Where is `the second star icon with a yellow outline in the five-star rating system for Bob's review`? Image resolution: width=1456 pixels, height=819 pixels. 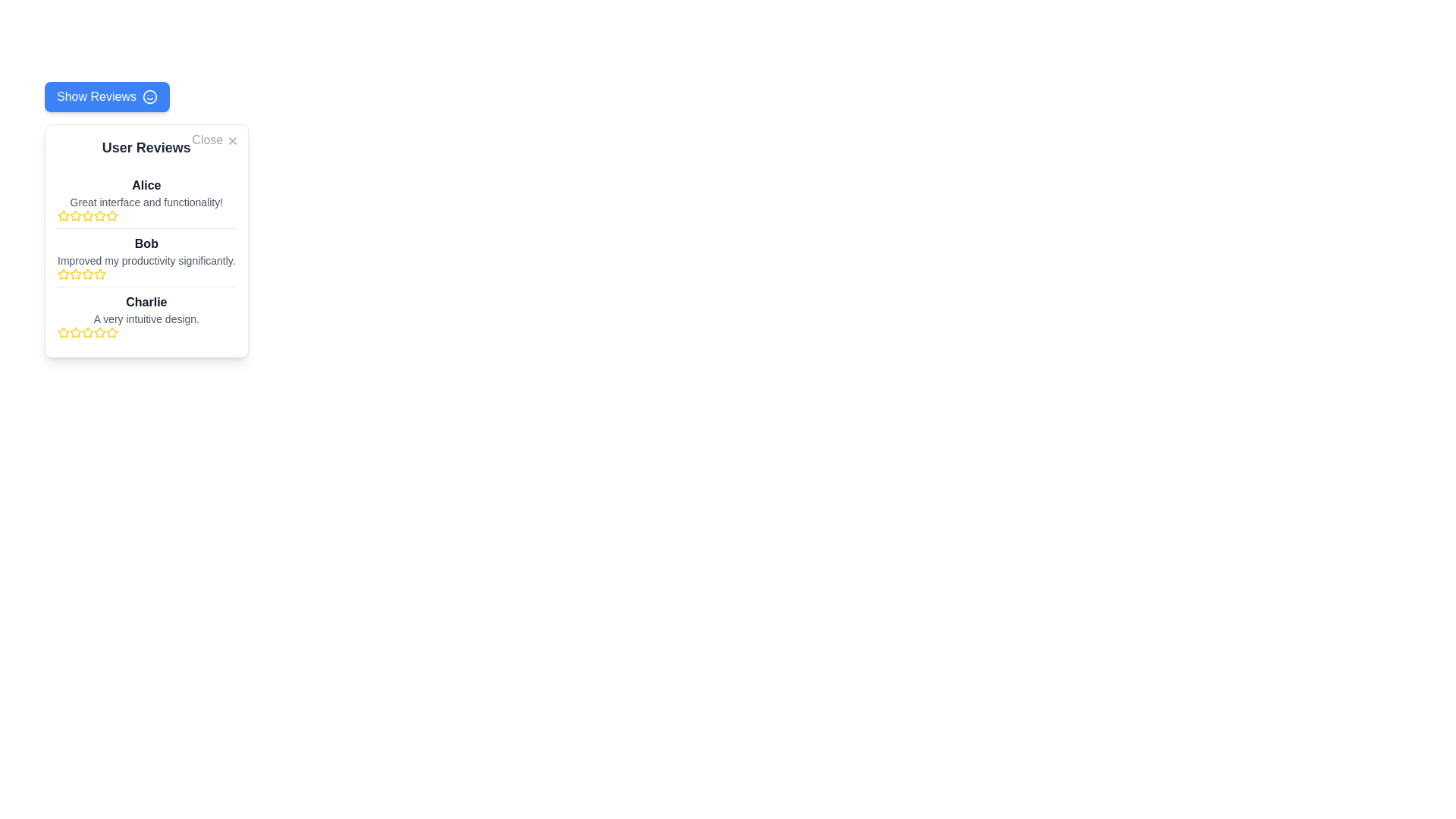 the second star icon with a yellow outline in the five-star rating system for Bob's review is located at coordinates (99, 274).